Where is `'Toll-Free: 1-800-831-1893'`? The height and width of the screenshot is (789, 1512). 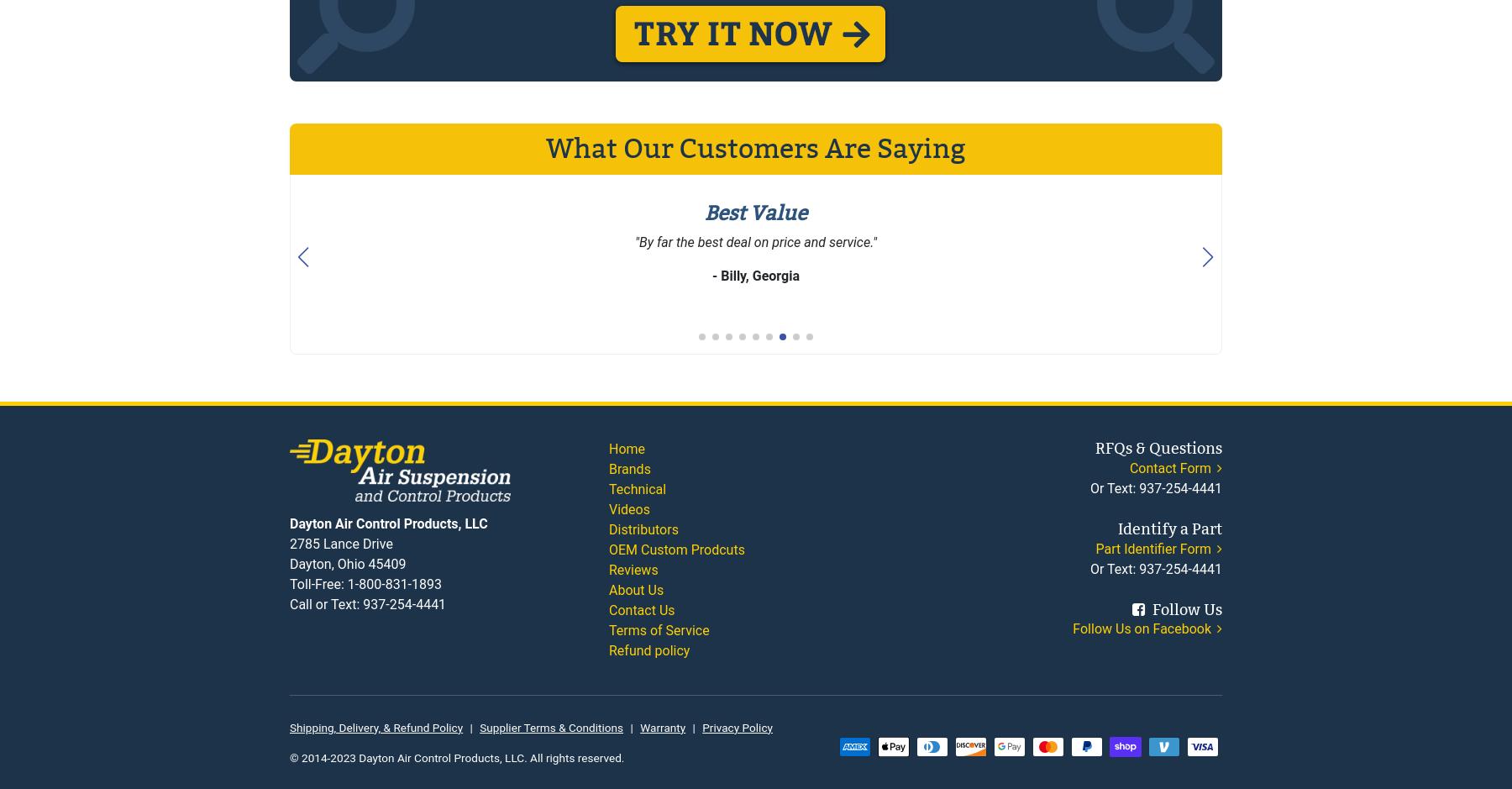 'Toll-Free: 1-800-831-1893' is located at coordinates (365, 583).